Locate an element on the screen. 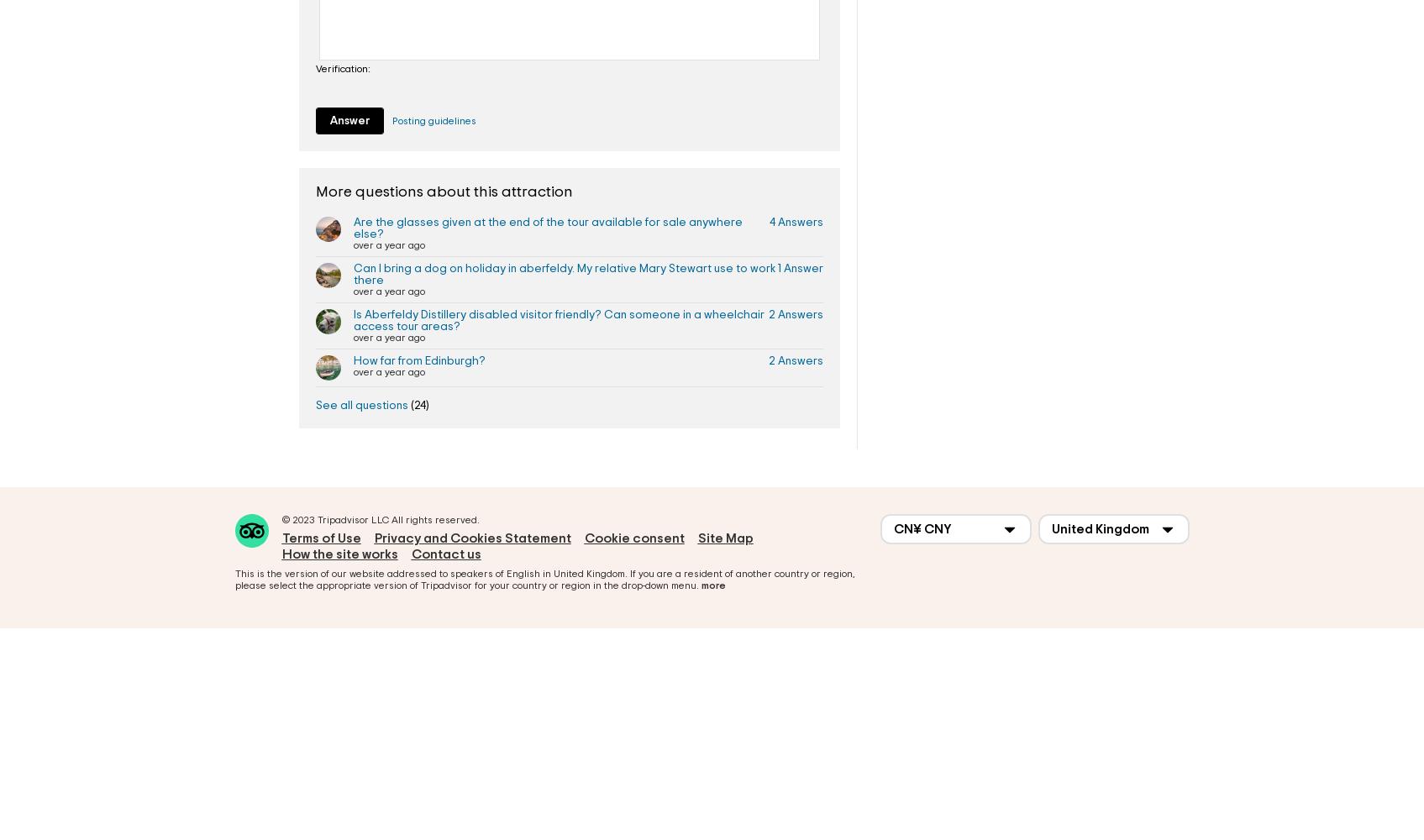 The width and height of the screenshot is (1424, 840). 'in' is located at coordinates (545, 573).